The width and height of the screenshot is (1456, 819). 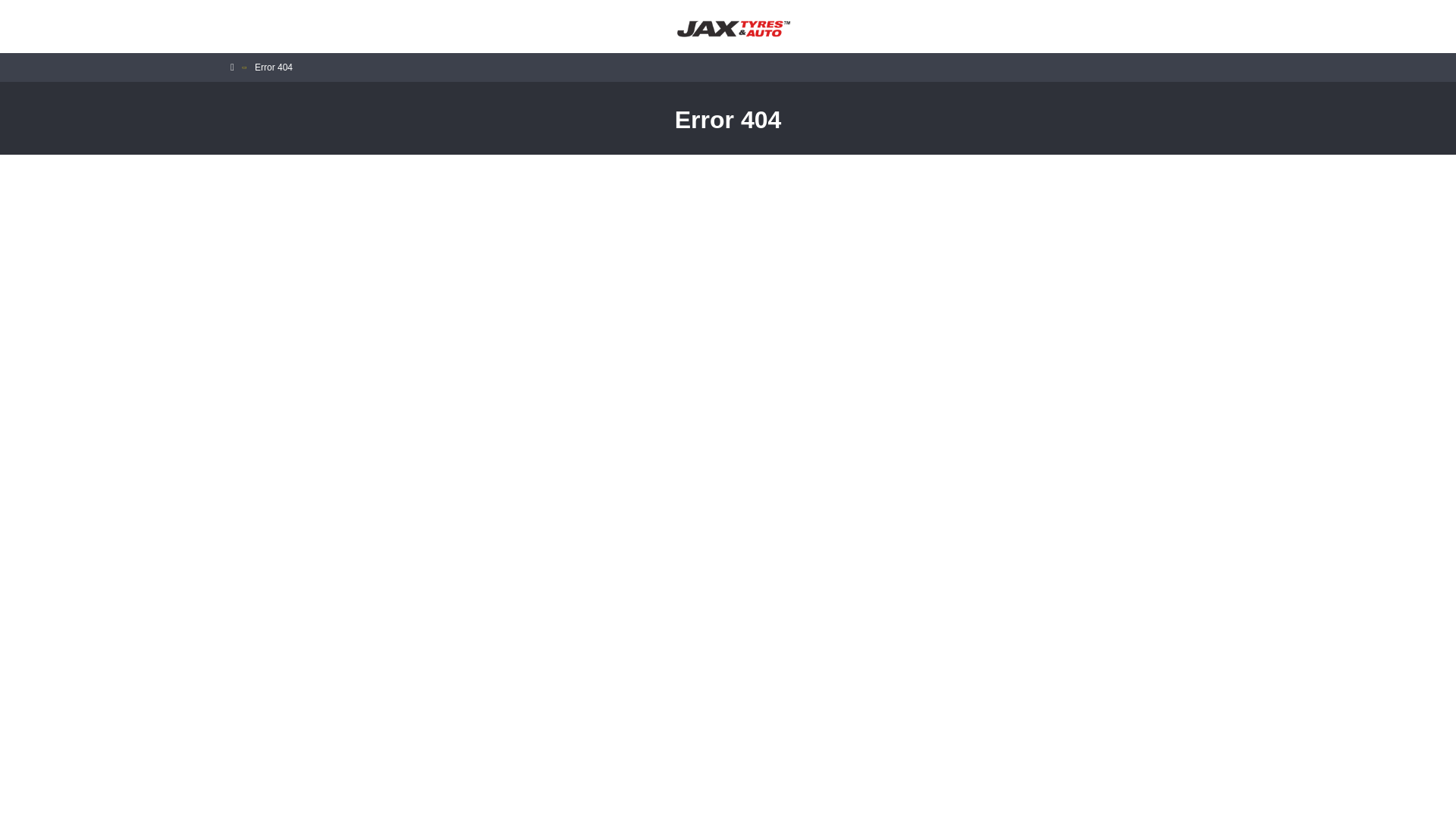 What do you see at coordinates (273, 66) in the screenshot?
I see `'Error 404'` at bounding box center [273, 66].